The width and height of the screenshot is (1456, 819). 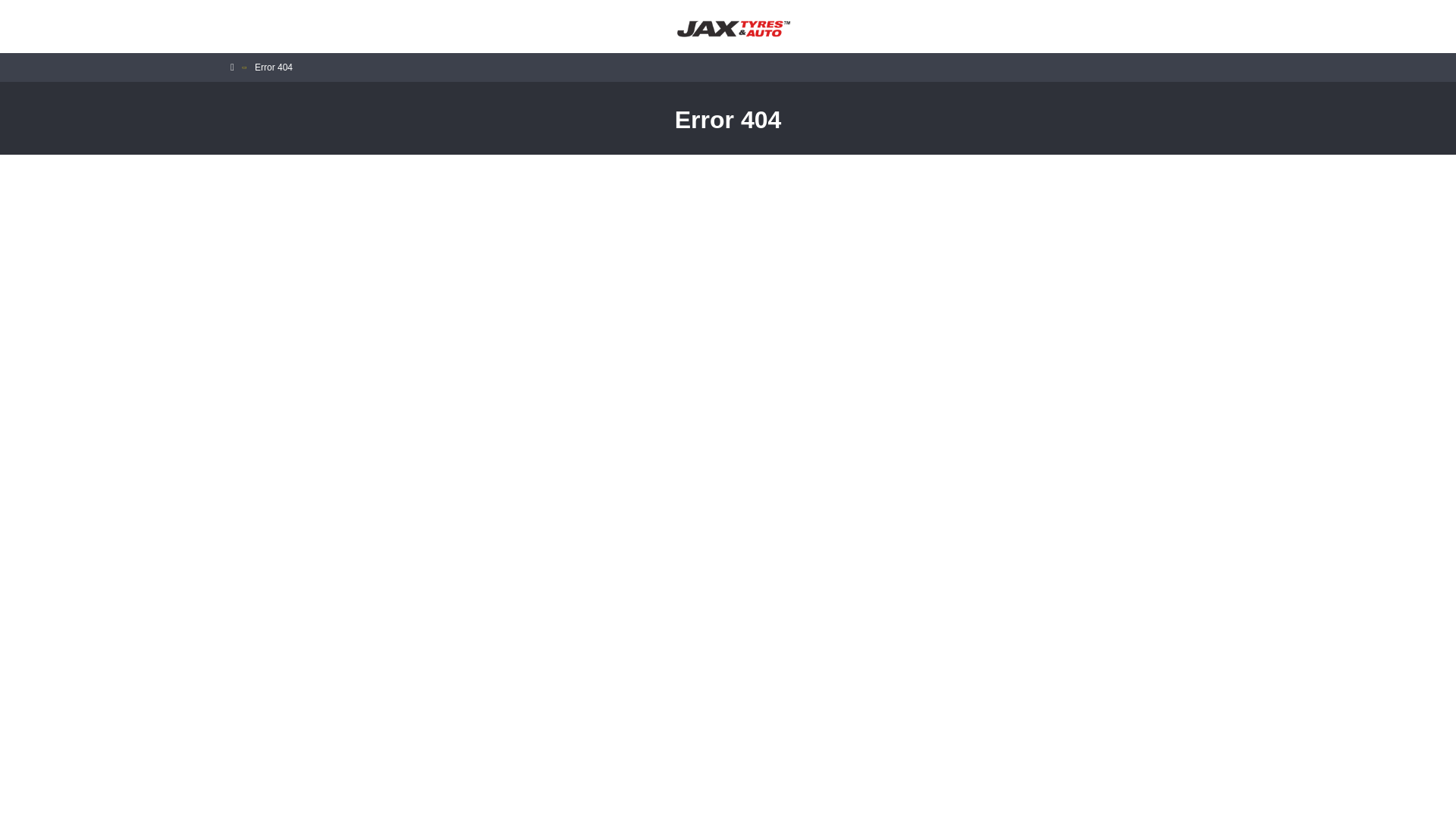 What do you see at coordinates (273, 66) in the screenshot?
I see `'Error 404'` at bounding box center [273, 66].